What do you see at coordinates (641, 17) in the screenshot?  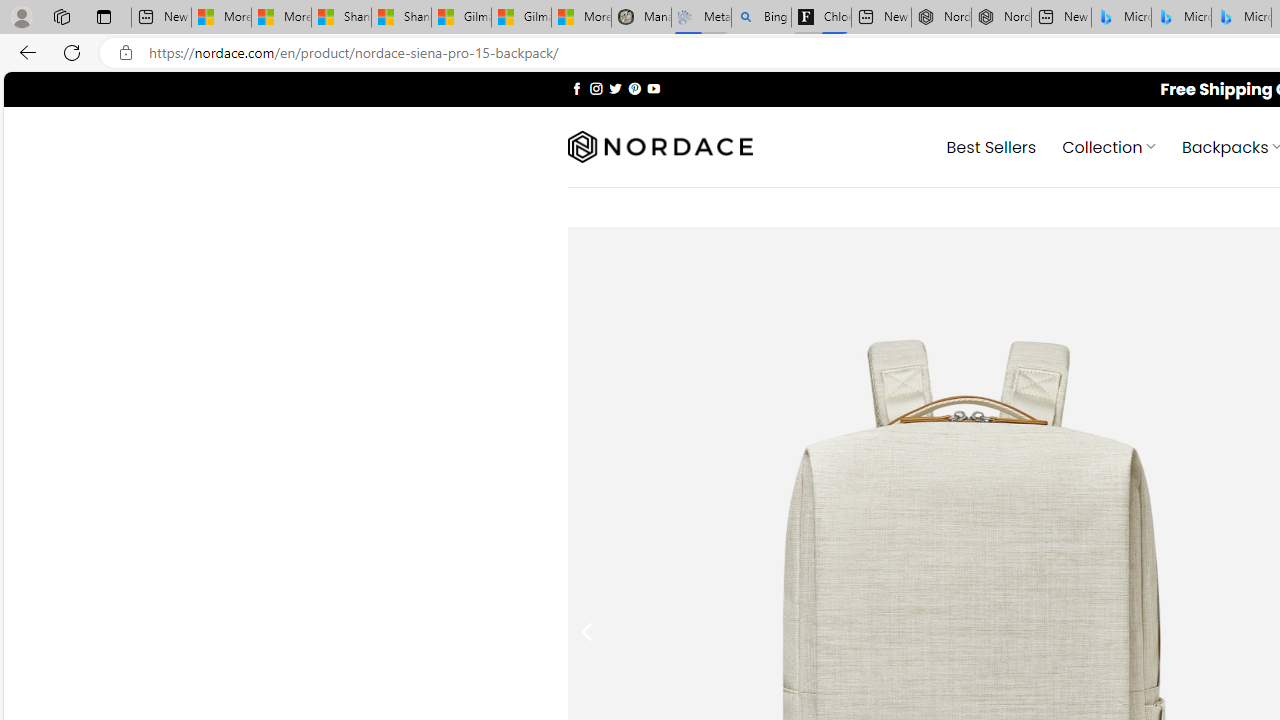 I see `'Manatee Mortality Statistics | FWC'` at bounding box center [641, 17].